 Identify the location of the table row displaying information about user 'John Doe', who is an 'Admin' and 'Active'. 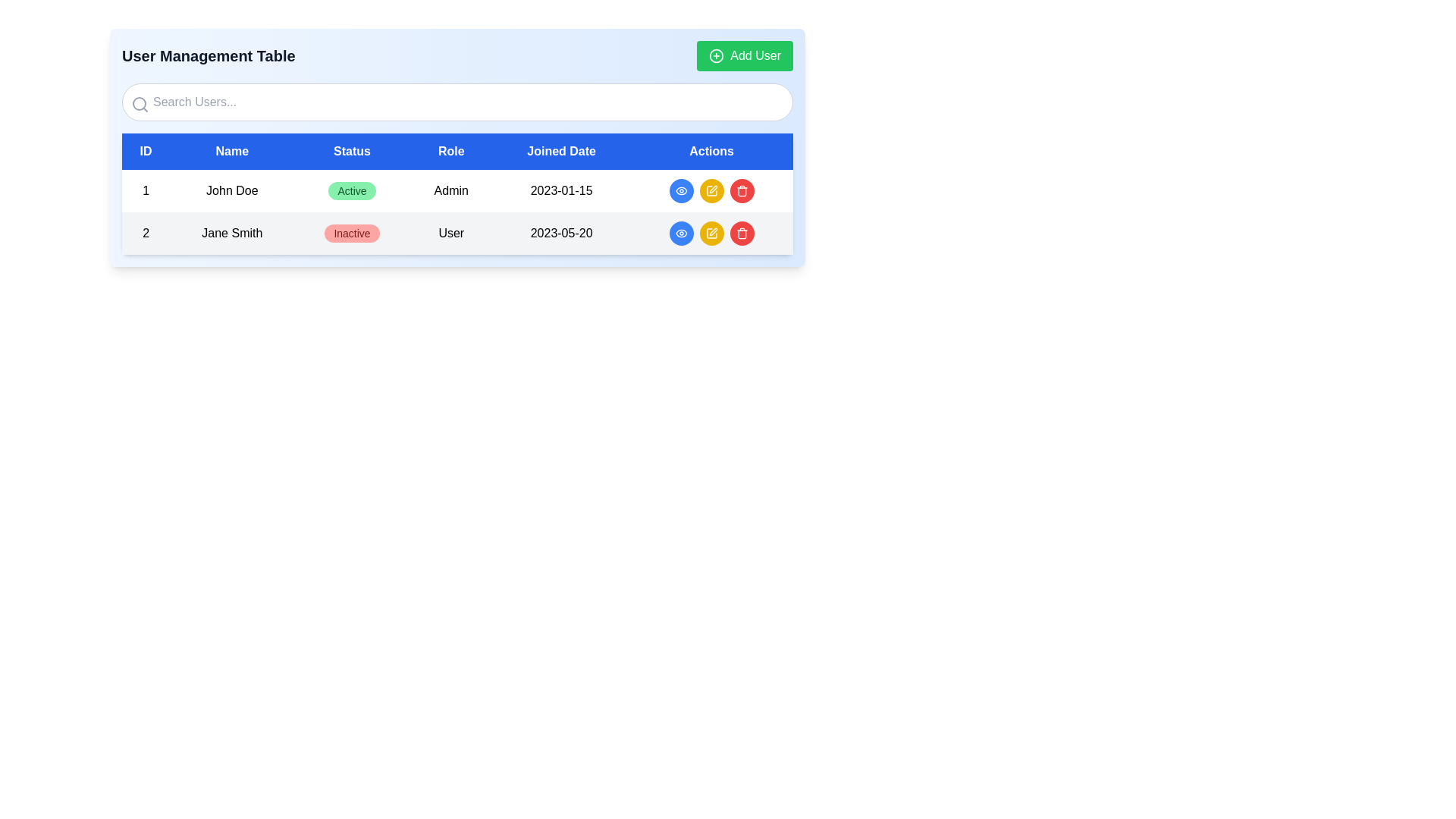
(457, 212).